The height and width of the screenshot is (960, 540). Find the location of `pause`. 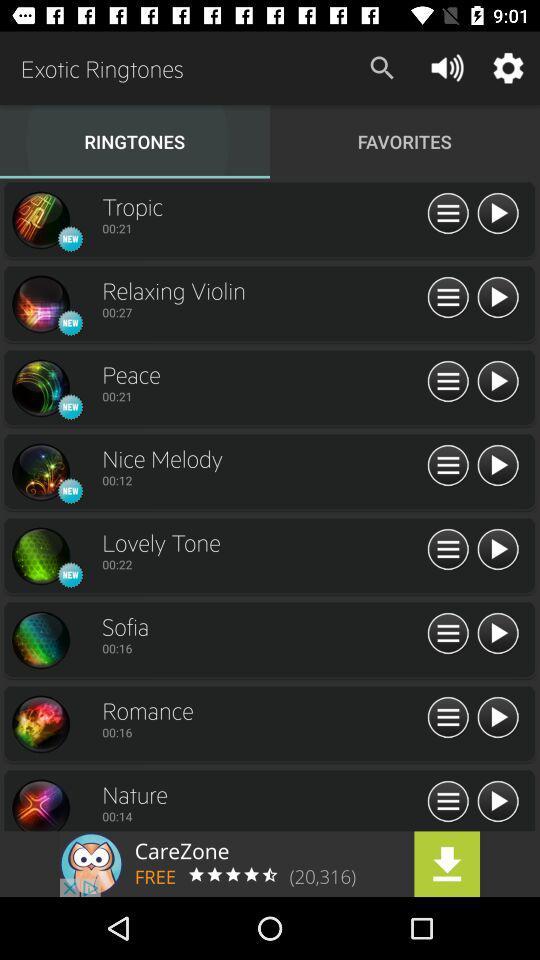

pause is located at coordinates (496, 466).